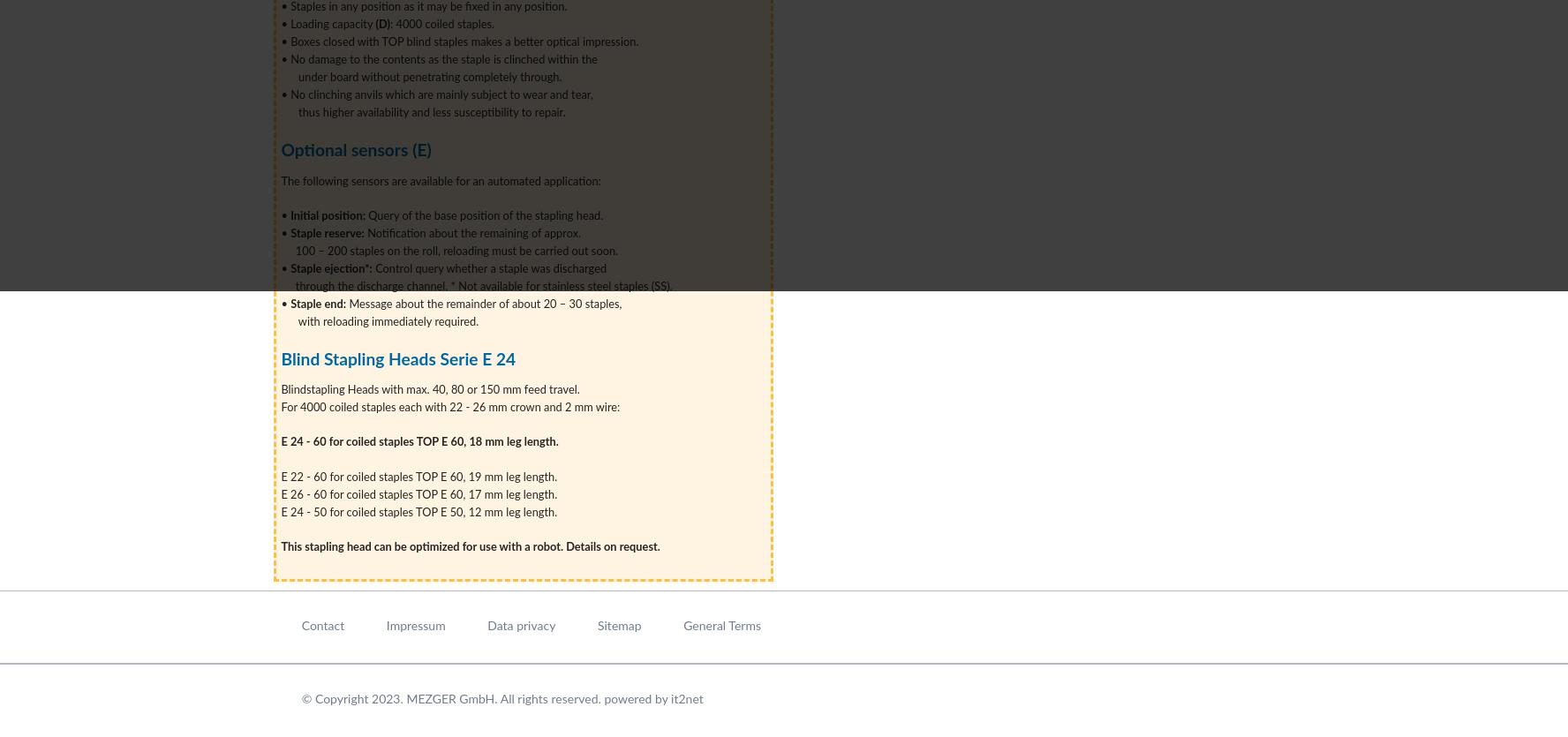 Image resolution: width=1568 pixels, height=737 pixels. I want to click on 'thus higher availability and less susceptibility to repair.', so click(425, 112).